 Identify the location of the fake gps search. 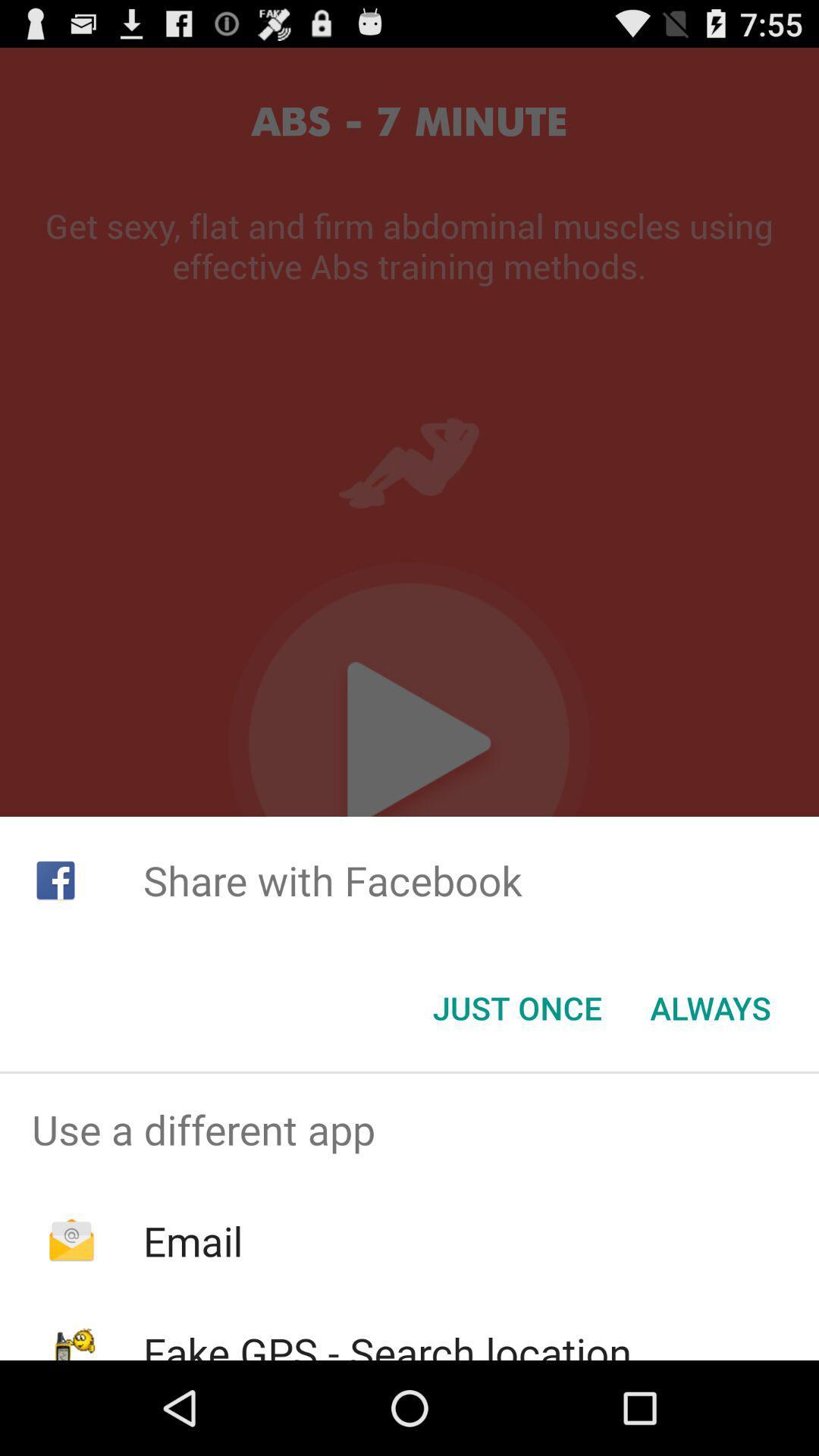
(387, 1342).